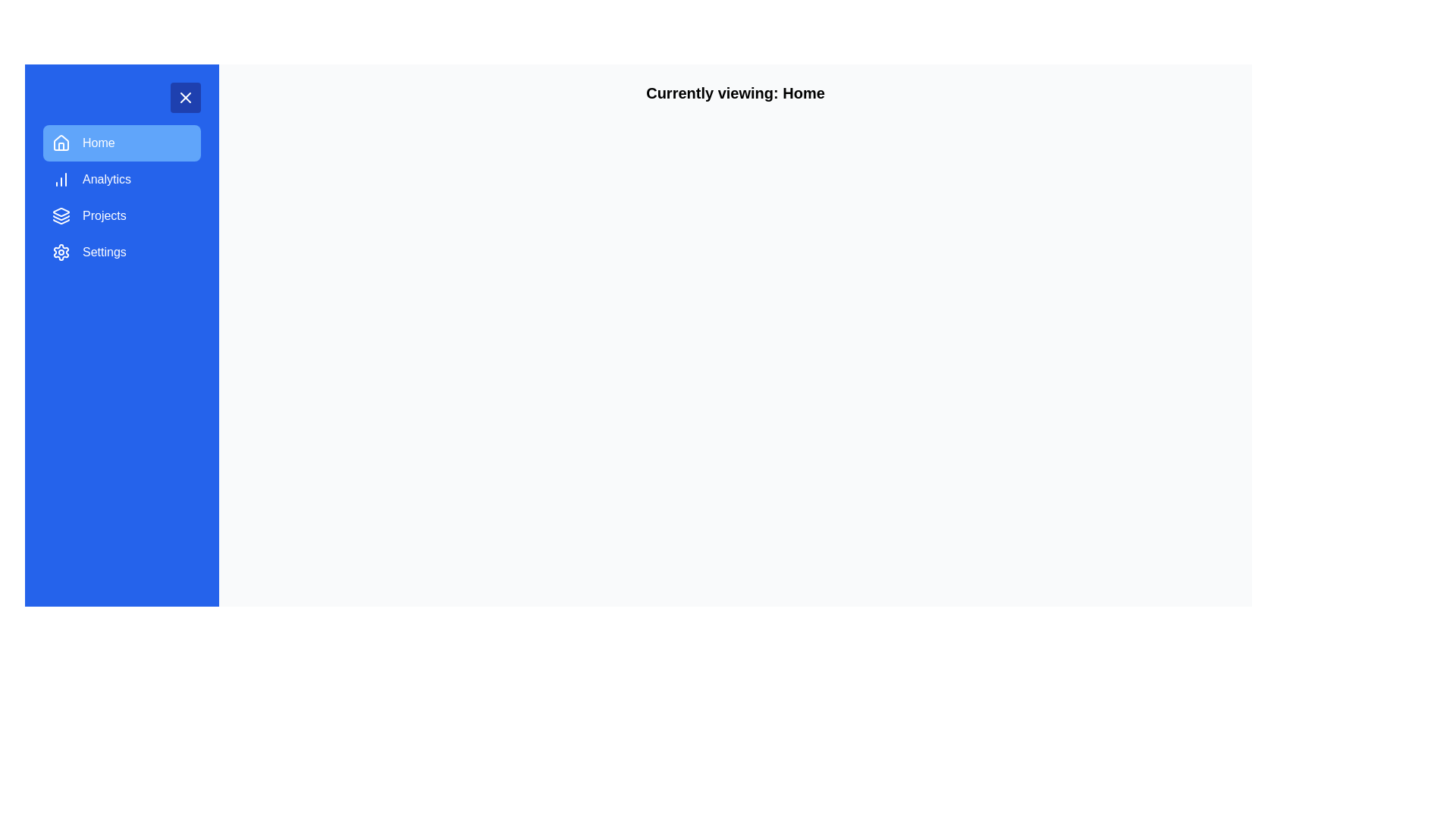 This screenshot has width=1456, height=819. Describe the element at coordinates (61, 218) in the screenshot. I see `the middle layer of the polygonal icon with a blue fill and white outline located in the menu sidebar next to the 'Projects' label` at that location.